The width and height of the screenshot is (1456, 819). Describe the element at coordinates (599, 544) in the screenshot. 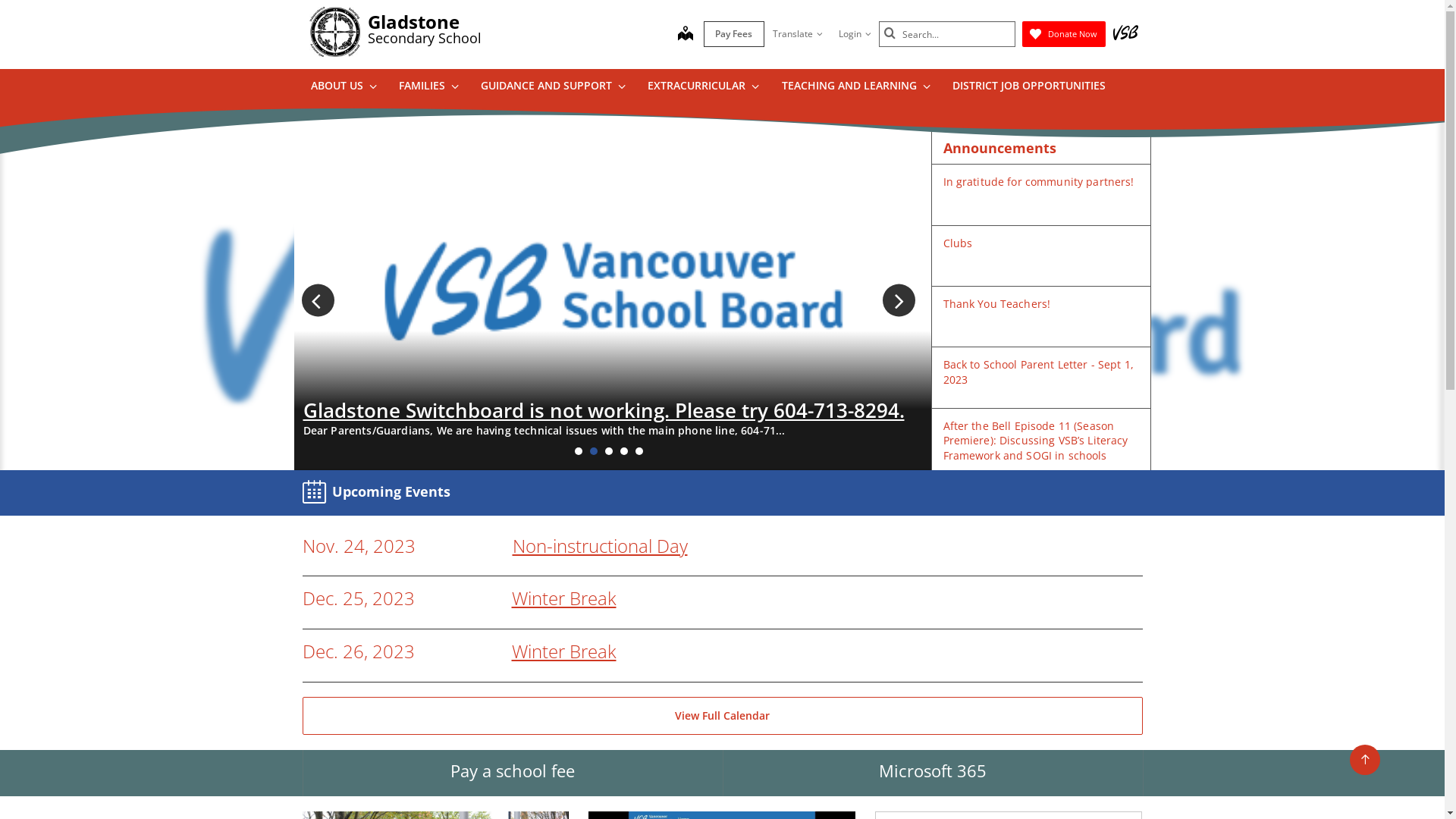

I see `'Non-instructional Day'` at that location.